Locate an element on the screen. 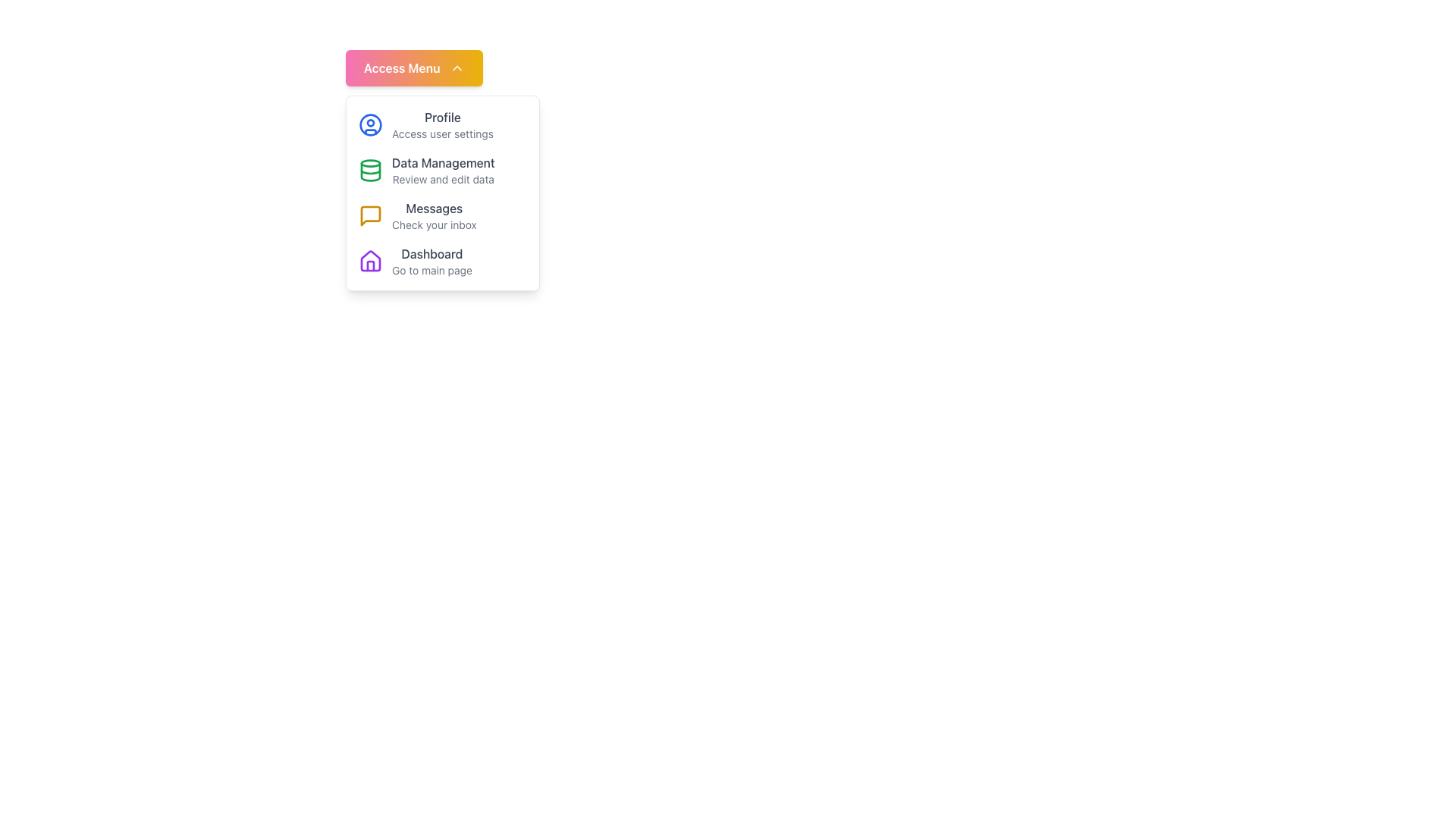  the 'Check your inbox' text element displayed in a small, gray font, located under the 'Messages' label within the dropdown menu is located at coordinates (433, 225).